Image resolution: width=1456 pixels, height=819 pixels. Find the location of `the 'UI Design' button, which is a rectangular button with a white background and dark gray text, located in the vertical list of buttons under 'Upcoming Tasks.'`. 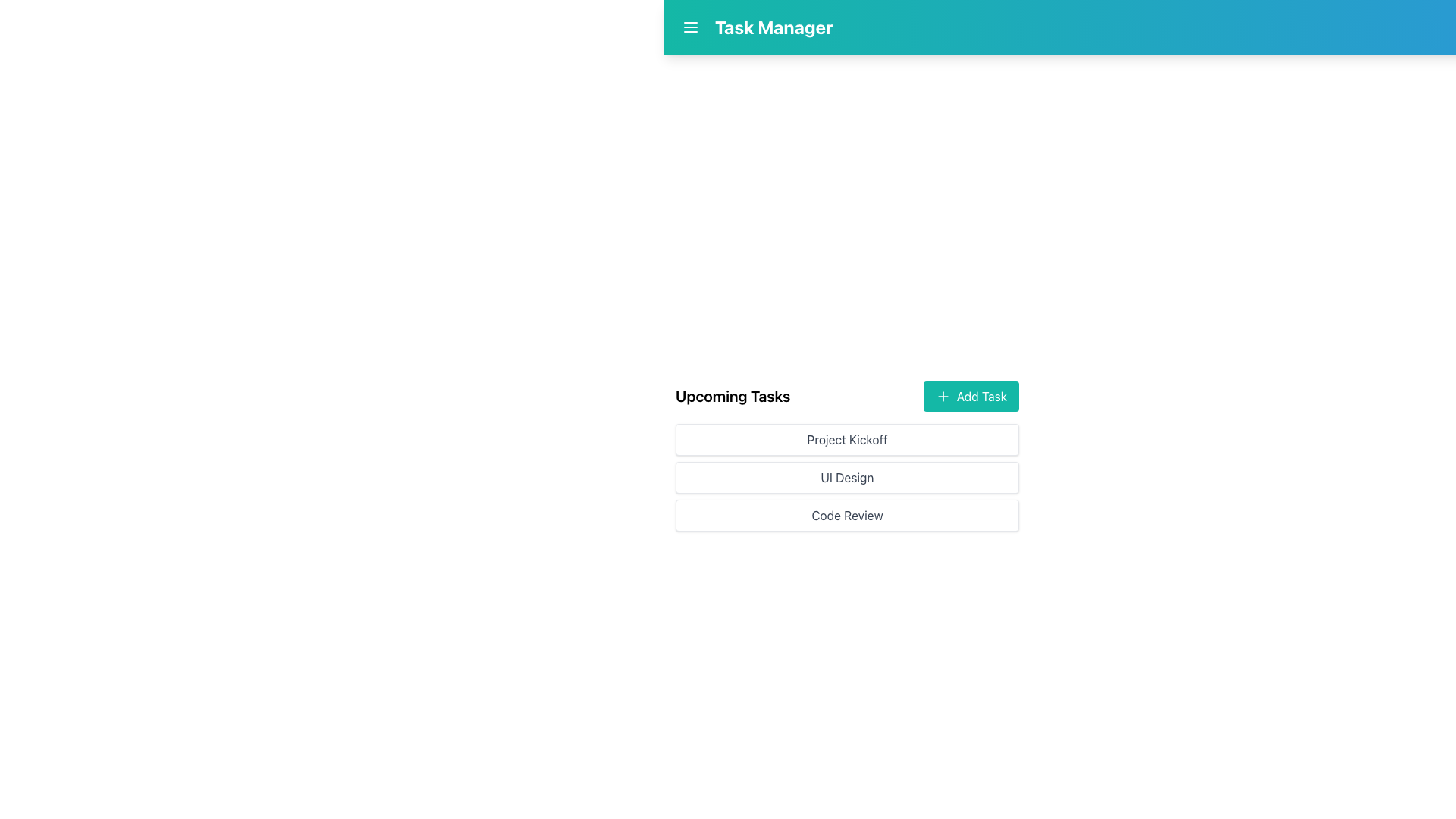

the 'UI Design' button, which is a rectangular button with a white background and dark gray text, located in the vertical list of buttons under 'Upcoming Tasks.' is located at coordinates (846, 476).